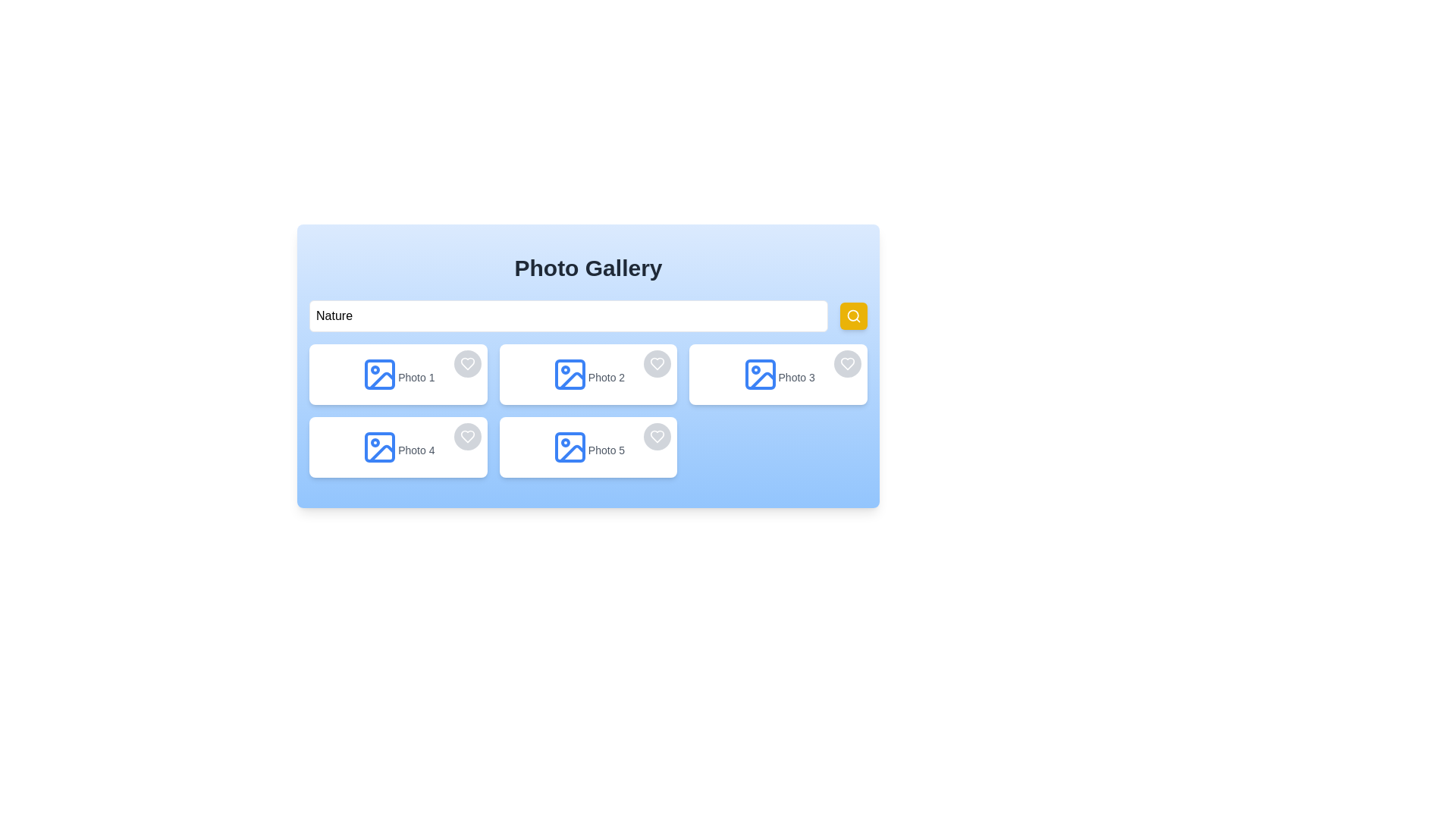  I want to click on the 'favorite' icon button located at the bottom-right corner of the thumbnail for 'Photo 2' in the photo gallery interface, so click(657, 363).